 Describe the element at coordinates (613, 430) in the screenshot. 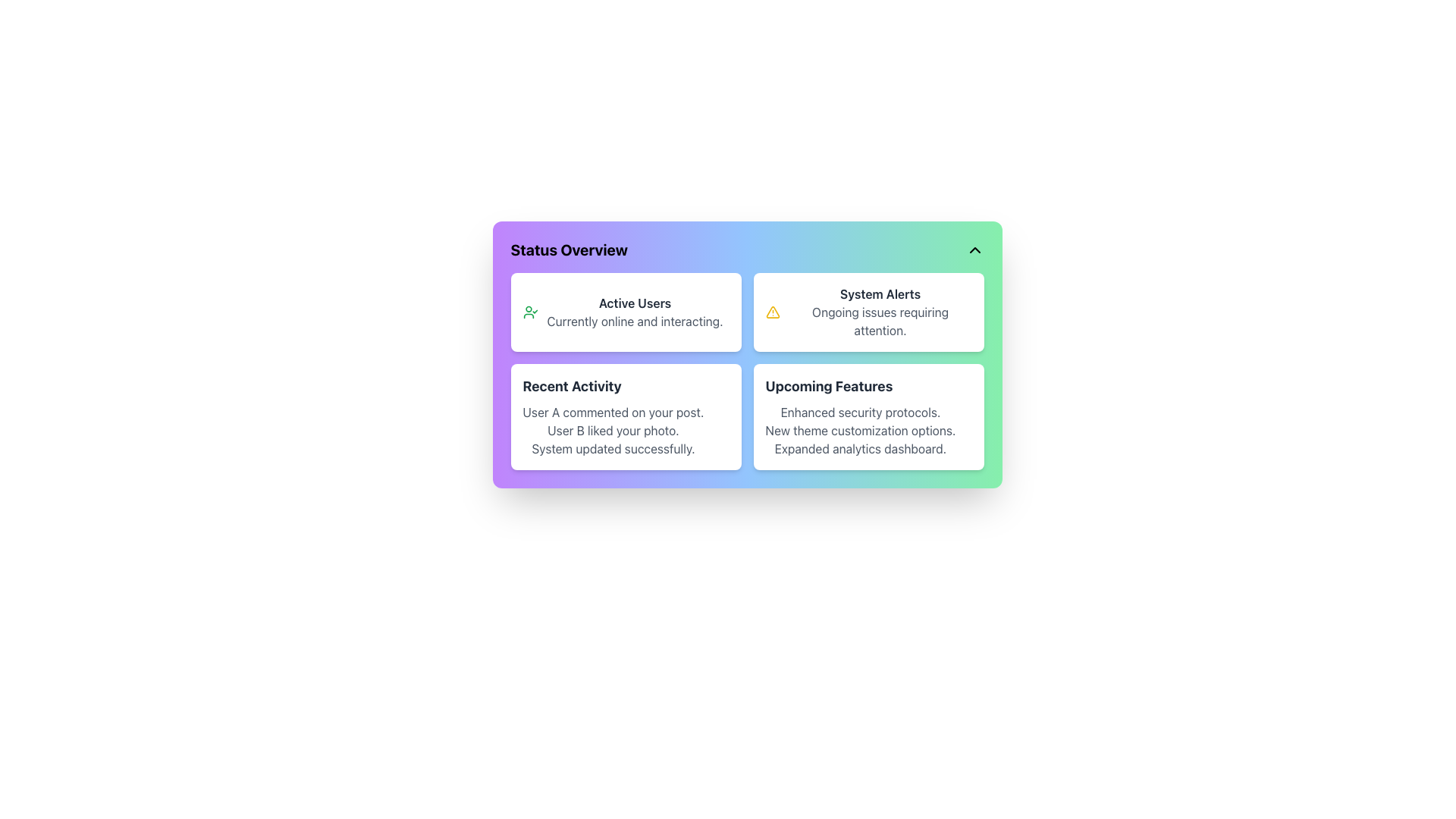

I see `the notification text label that indicates 'User B liked your photo', located in the 'Recent Activity' section as the second entry` at that location.